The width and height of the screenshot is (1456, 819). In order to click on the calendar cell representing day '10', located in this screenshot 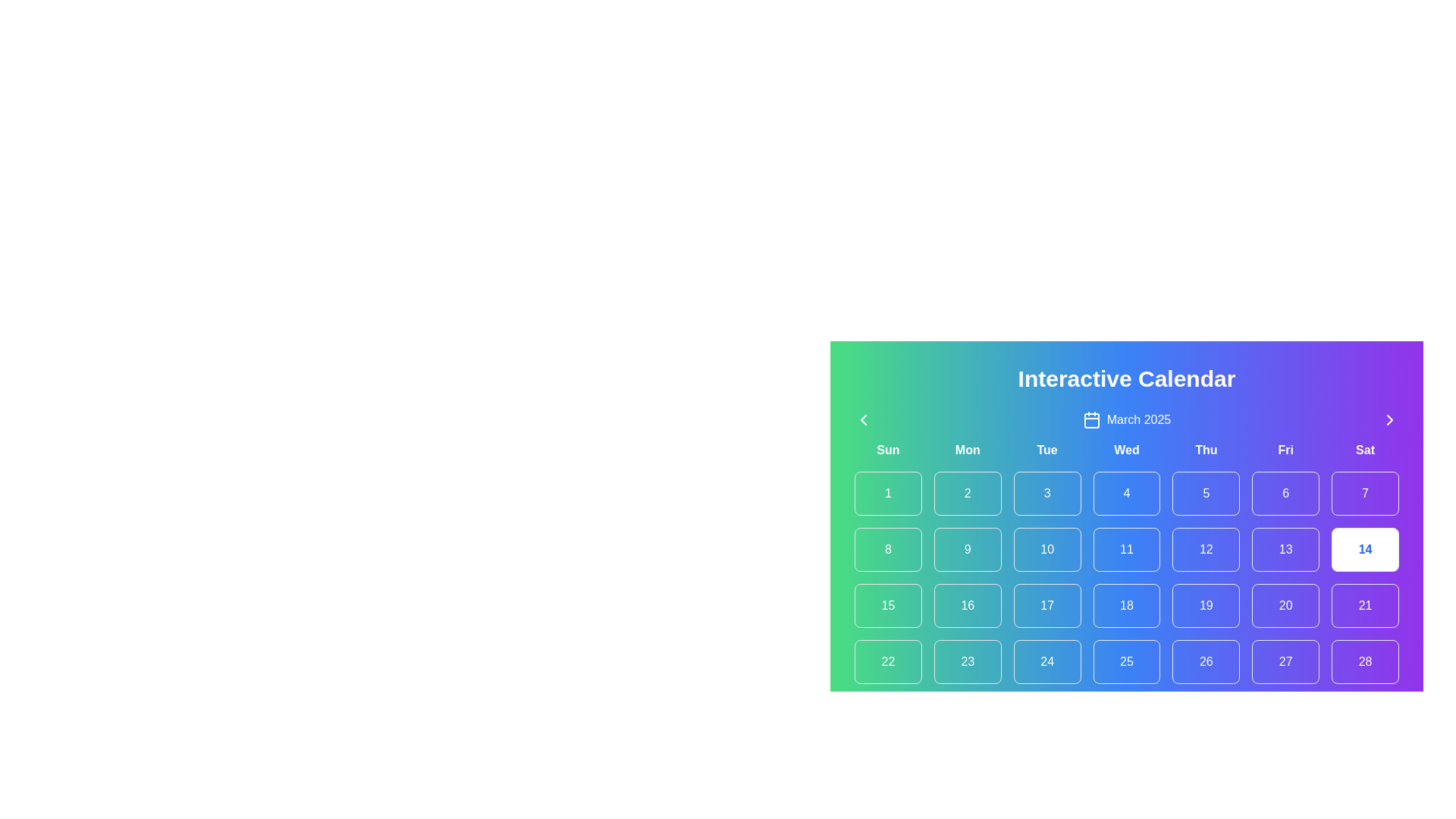, I will do `click(1046, 550)`.